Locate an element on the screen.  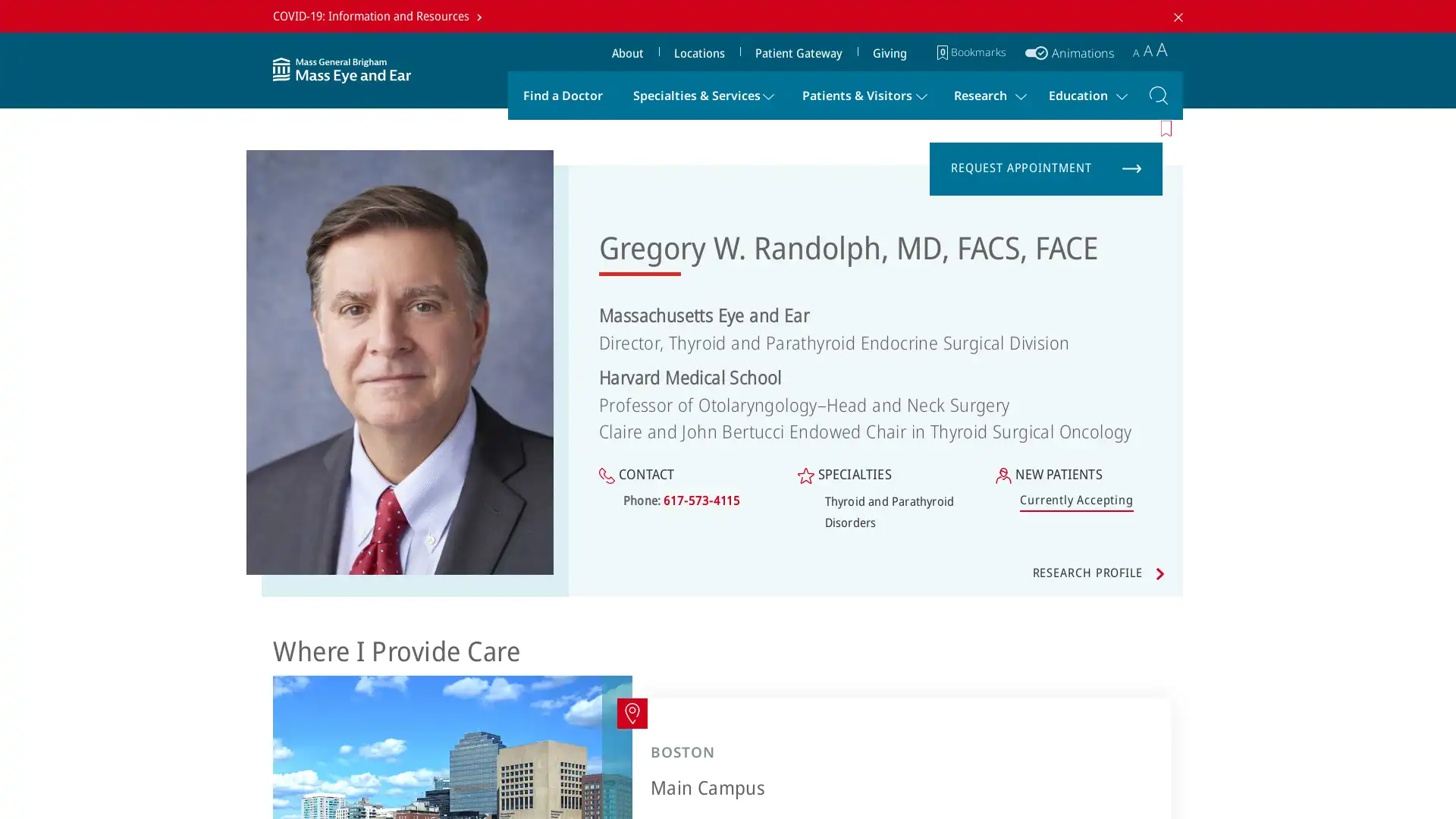
Research is located at coordinates (986, 94).